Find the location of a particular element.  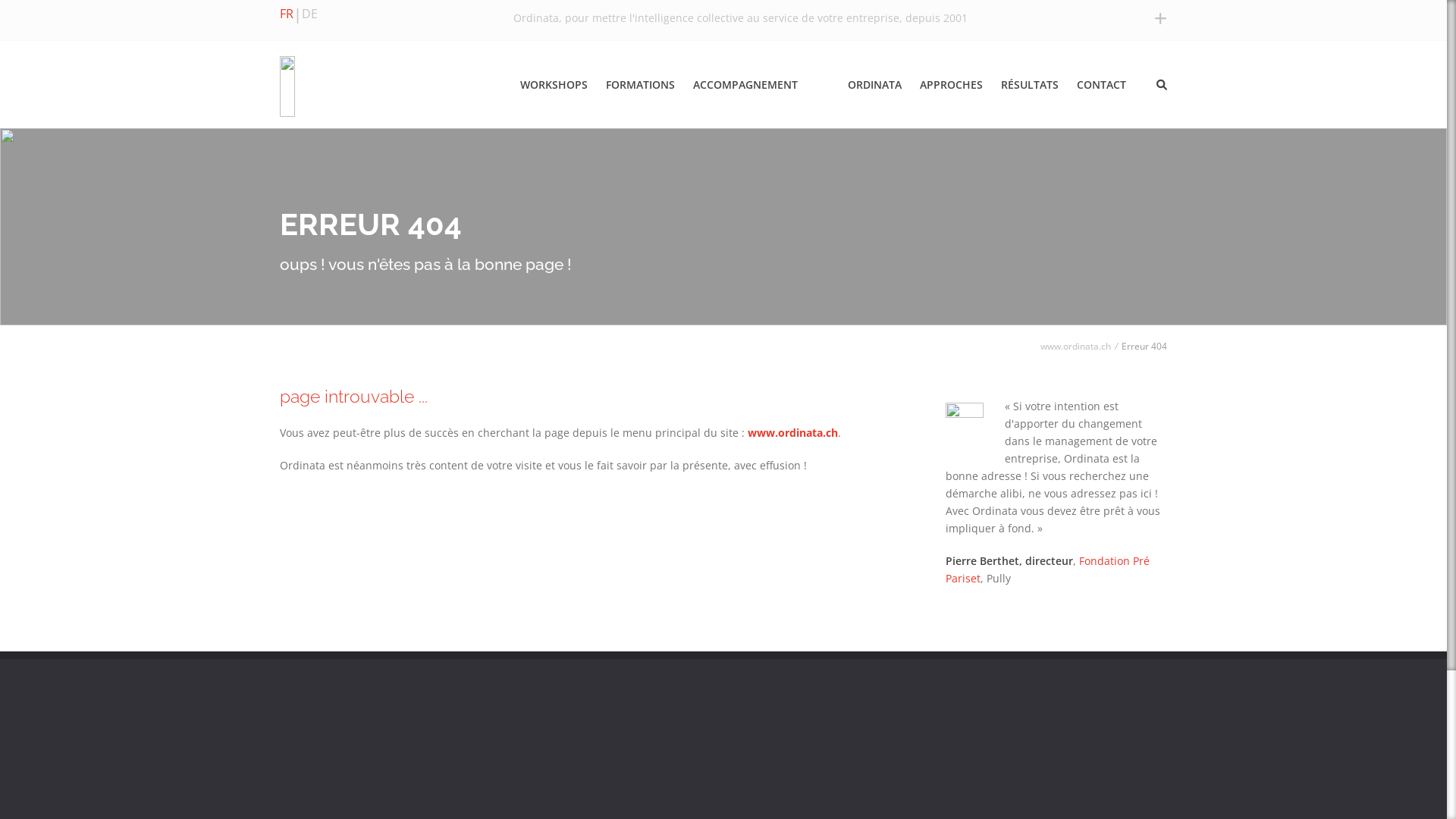

'www.ordinata.ch' is located at coordinates (1075, 346).